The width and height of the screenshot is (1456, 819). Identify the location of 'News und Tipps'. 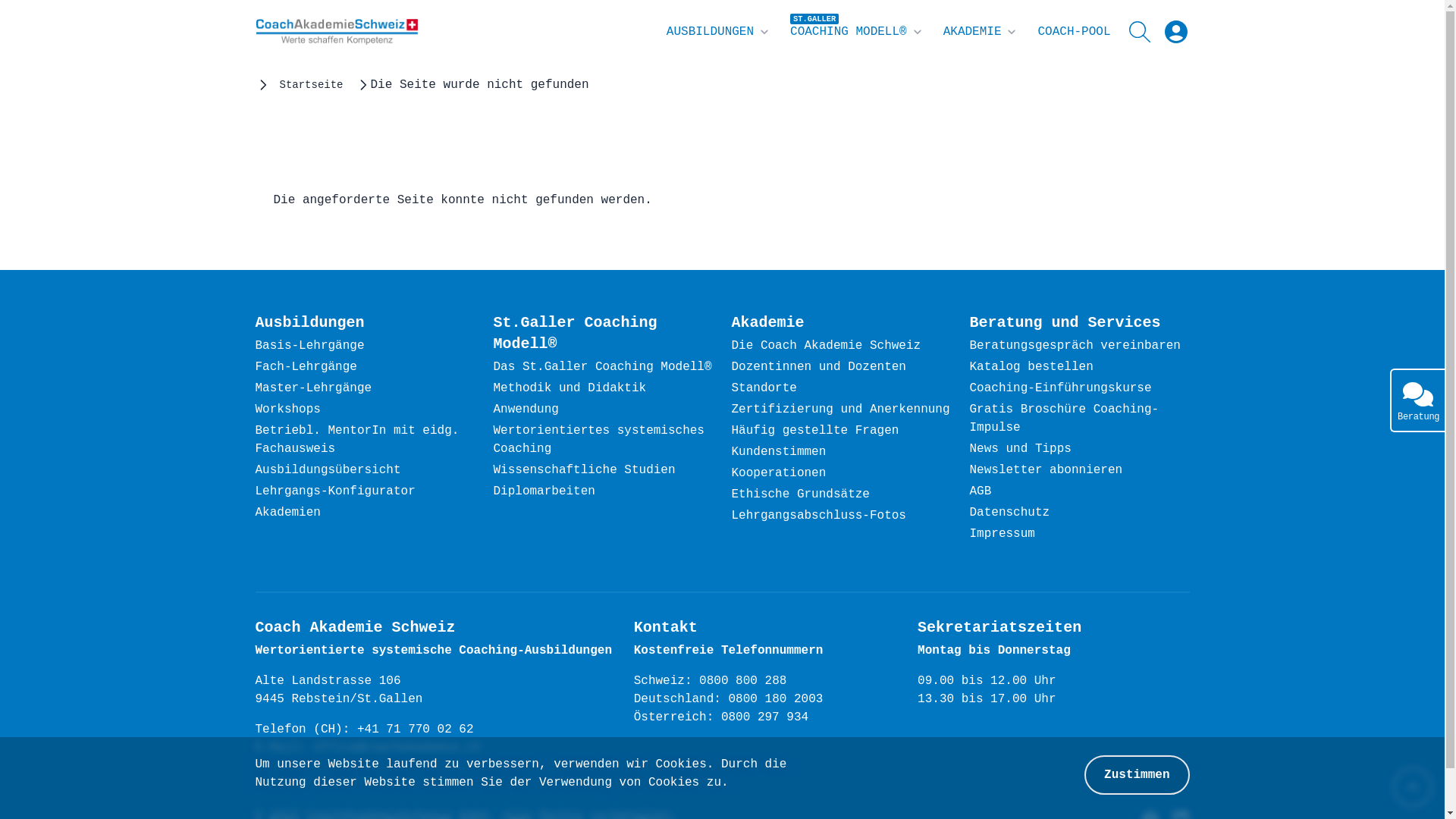
(1019, 449).